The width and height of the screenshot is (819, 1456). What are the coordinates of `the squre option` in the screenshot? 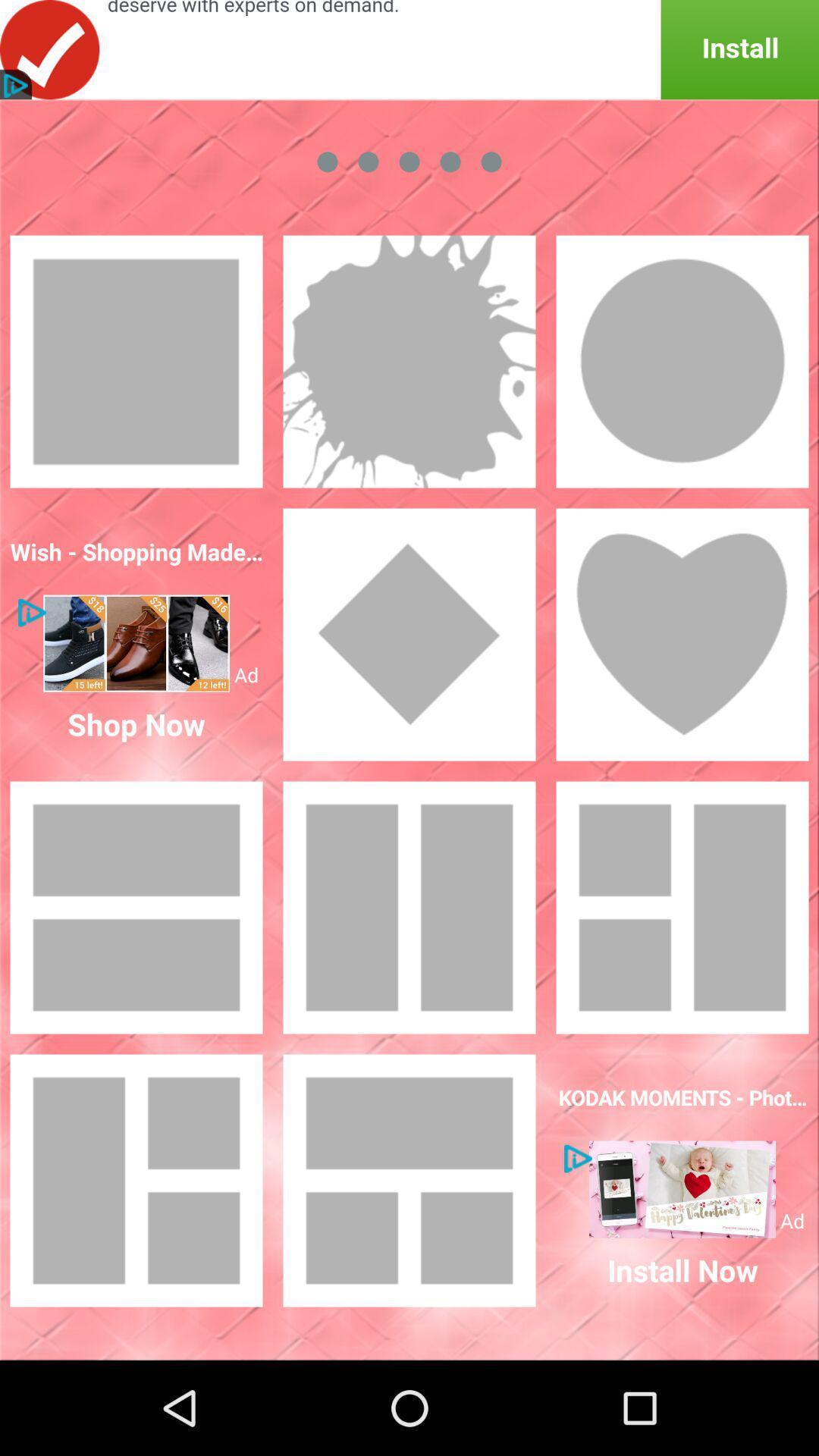 It's located at (136, 360).